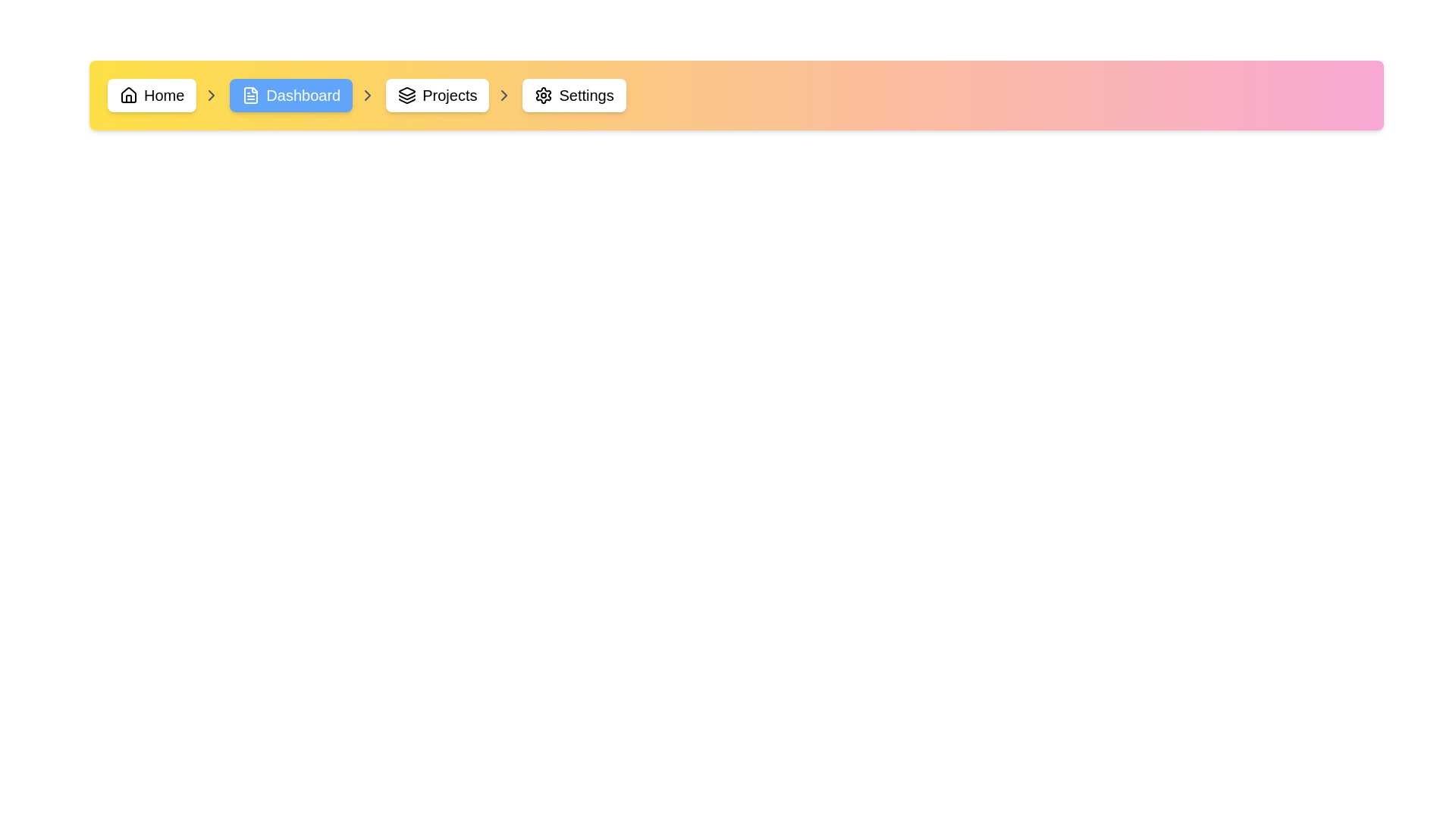 Image resolution: width=1456 pixels, height=819 pixels. I want to click on the house-shaped icon located in the navigation bar, adjacent to the text 'Home', so click(128, 96).